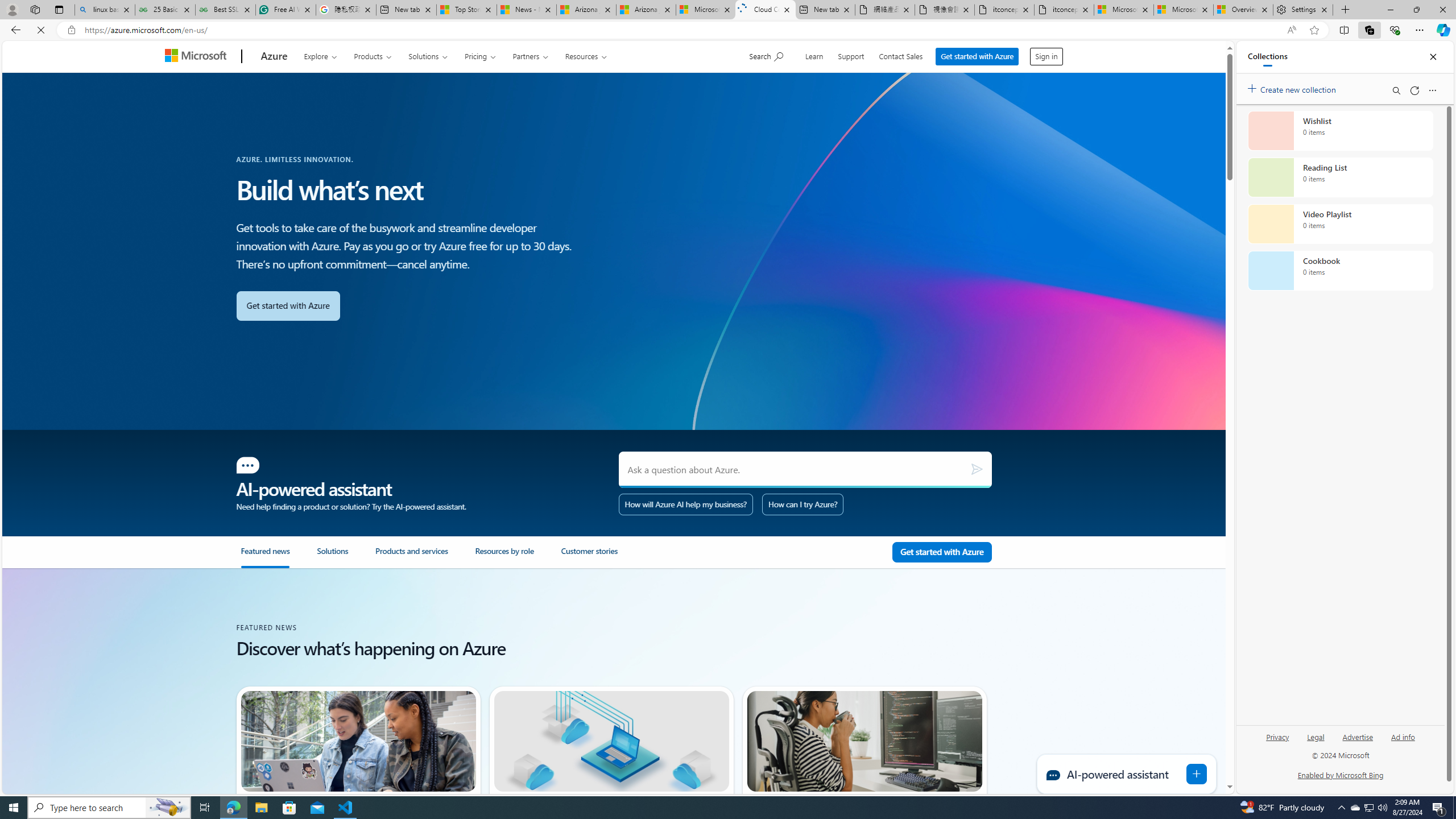 This screenshot has height=819, width=1456. What do you see at coordinates (1293, 87) in the screenshot?
I see `'Create new collection'` at bounding box center [1293, 87].